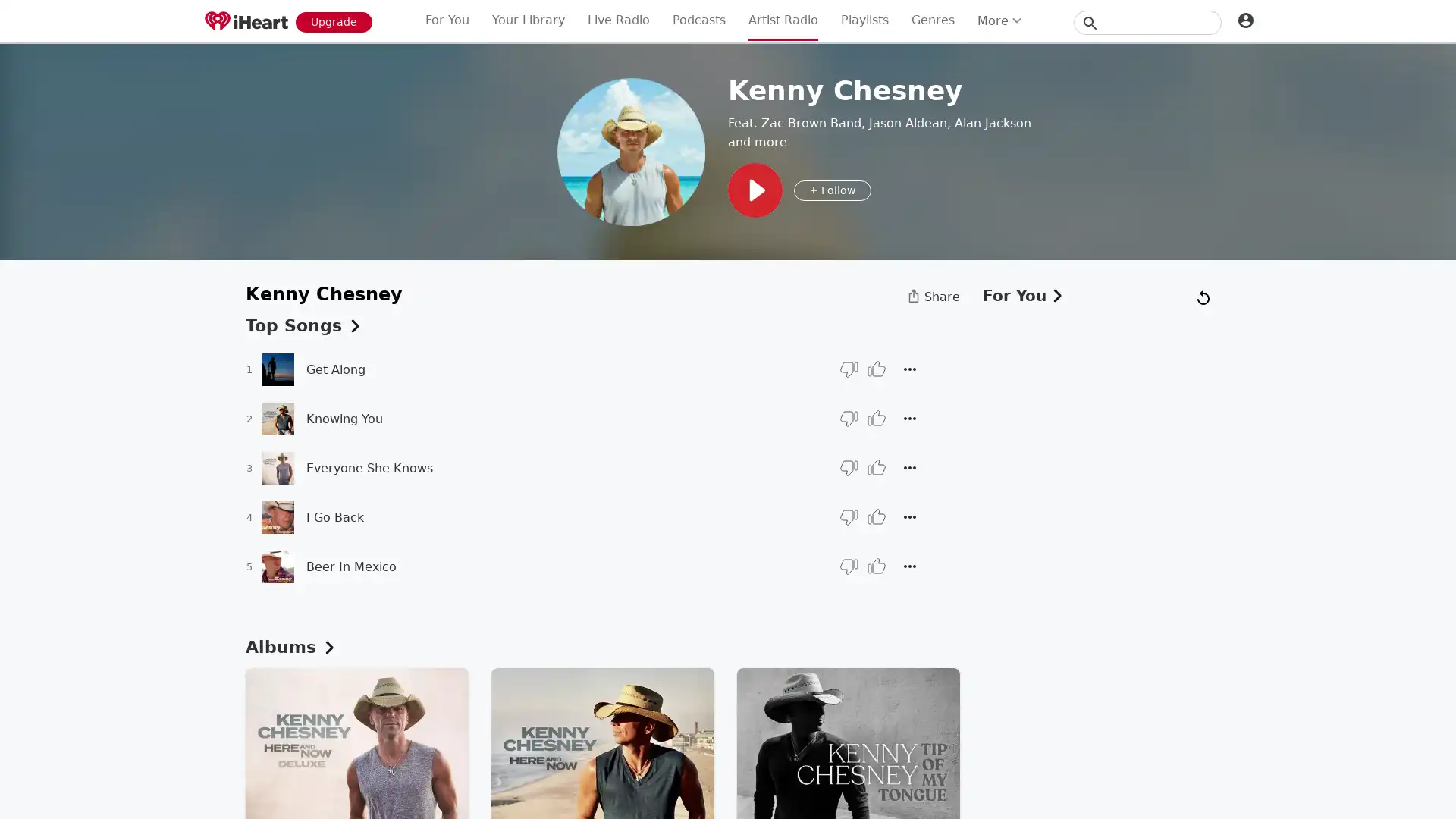 Image resolution: width=1456 pixels, height=819 pixels. What do you see at coordinates (848, 566) in the screenshot?
I see `Thumb Down` at bounding box center [848, 566].